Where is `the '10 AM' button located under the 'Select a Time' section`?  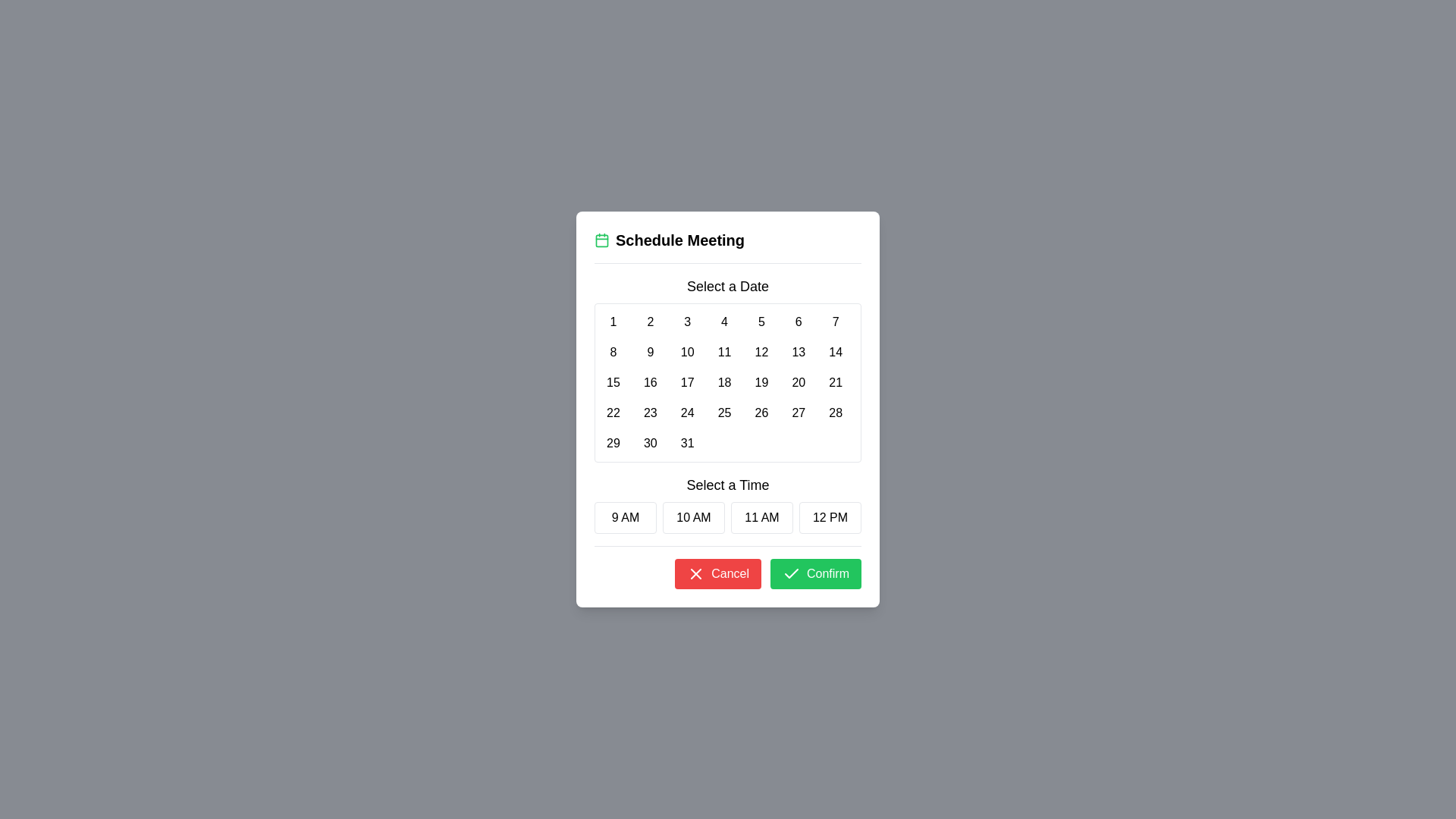 the '10 AM' button located under the 'Select a Time' section is located at coordinates (693, 516).